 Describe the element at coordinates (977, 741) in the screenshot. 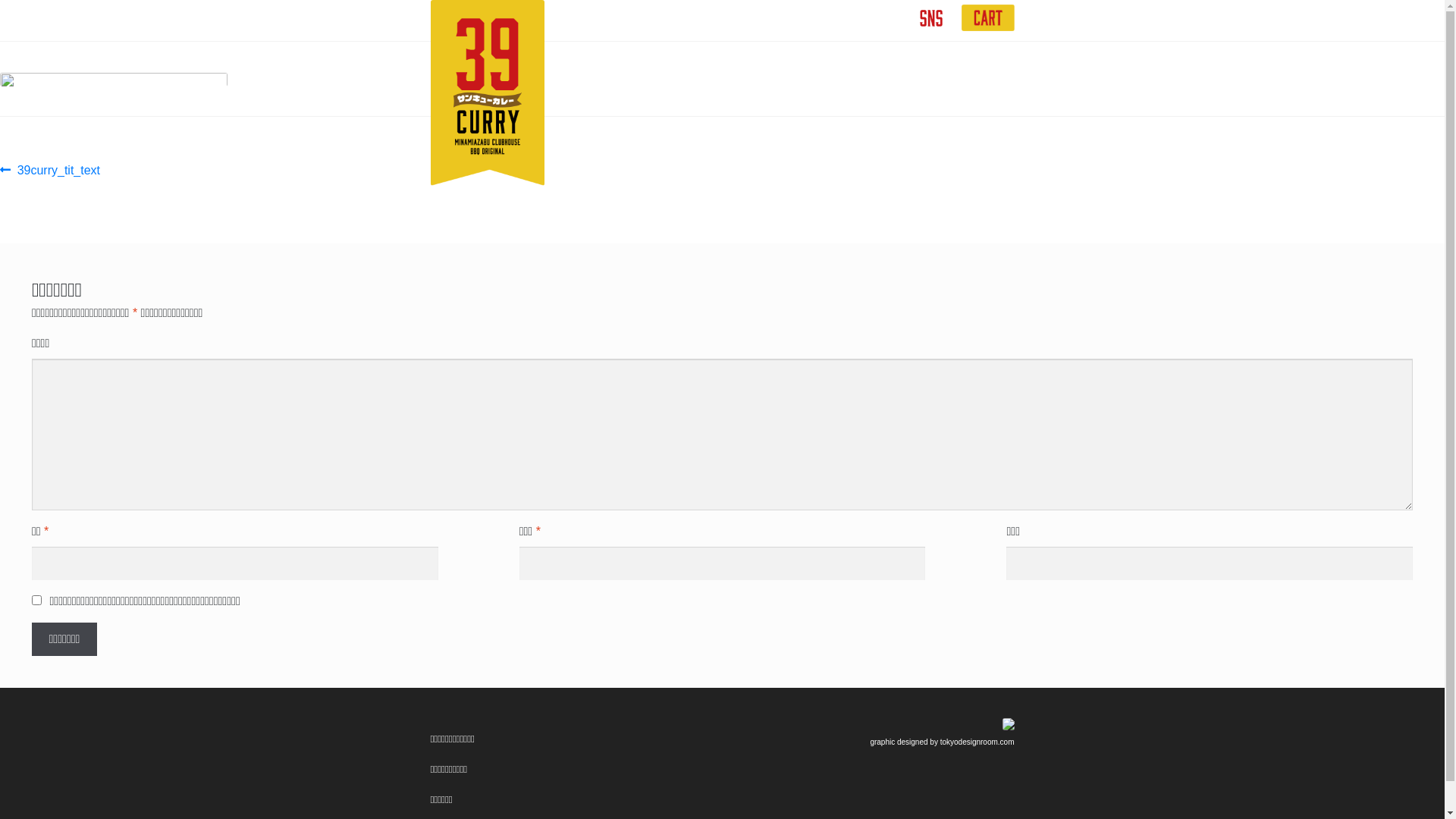

I see `'tokyodesignroom.com'` at that location.